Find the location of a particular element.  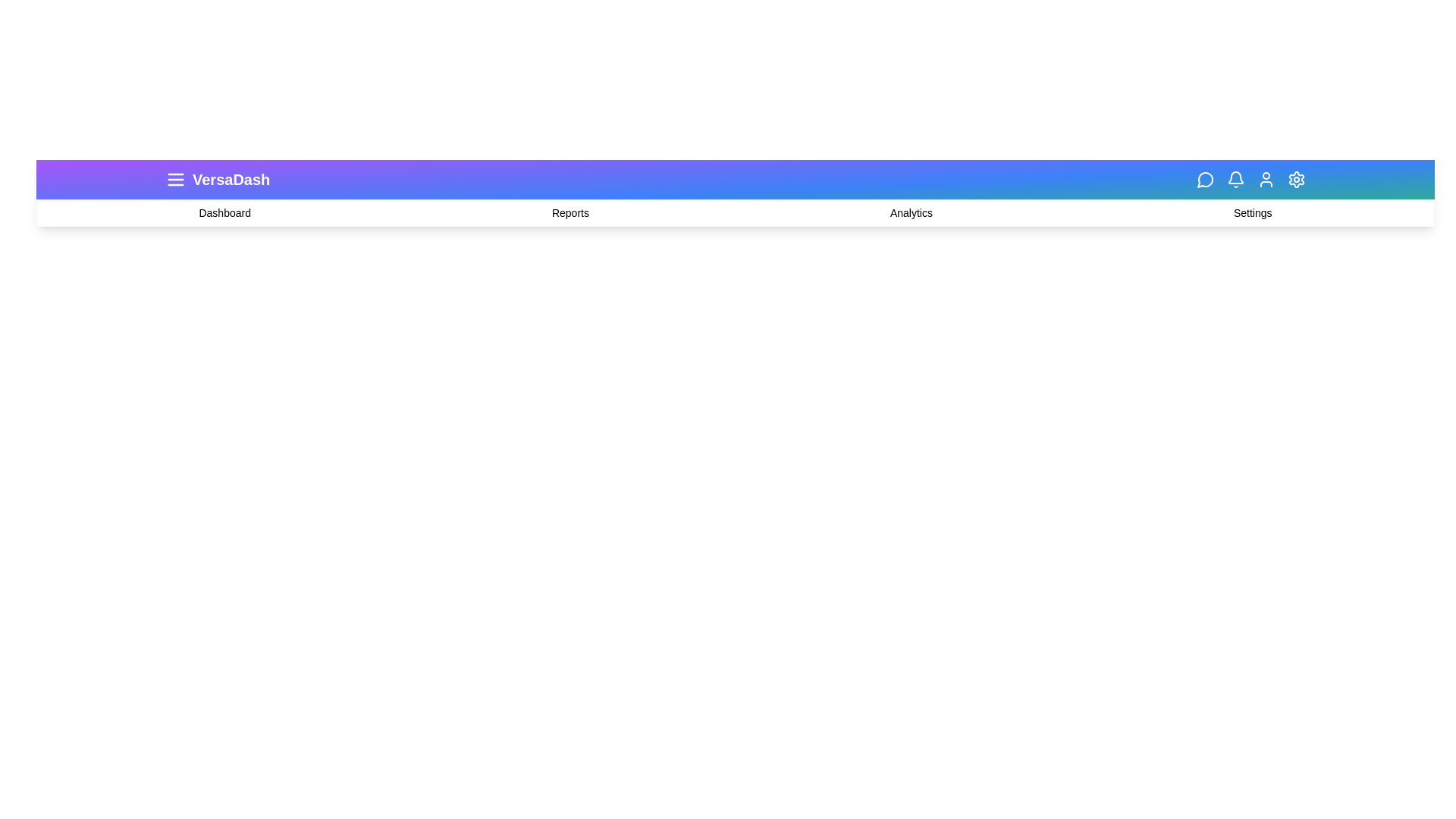

the 'Settings' label in the navigation bar to navigate to the settings page is located at coordinates (1252, 213).